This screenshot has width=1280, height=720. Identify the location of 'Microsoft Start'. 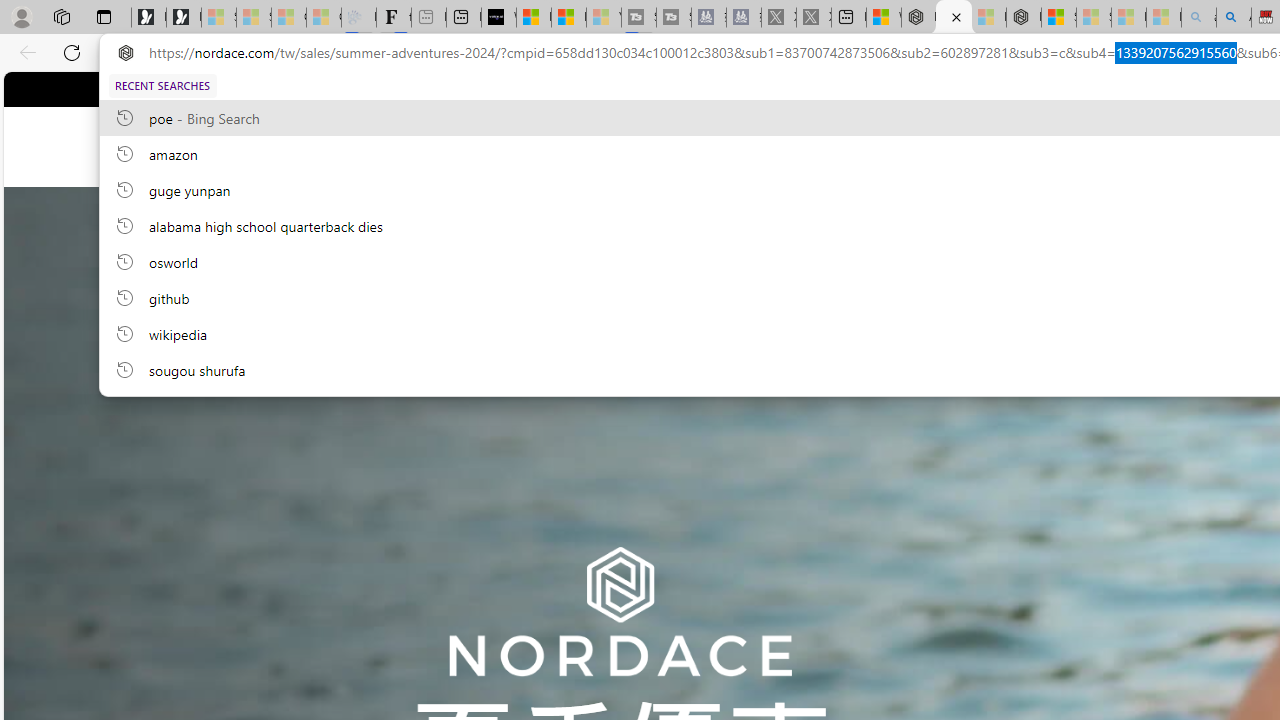
(567, 17).